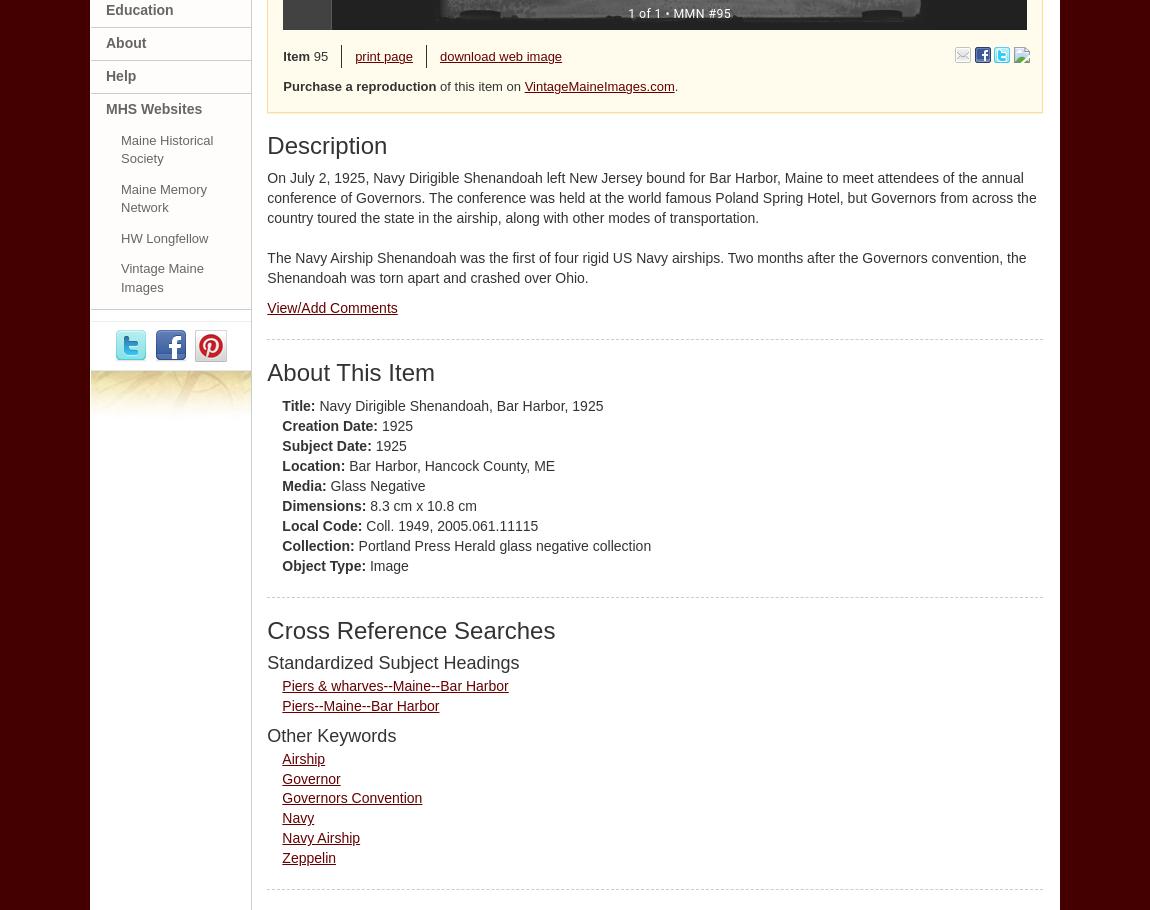  Describe the element at coordinates (392, 661) in the screenshot. I see `'Standardized Subject Headings'` at that location.